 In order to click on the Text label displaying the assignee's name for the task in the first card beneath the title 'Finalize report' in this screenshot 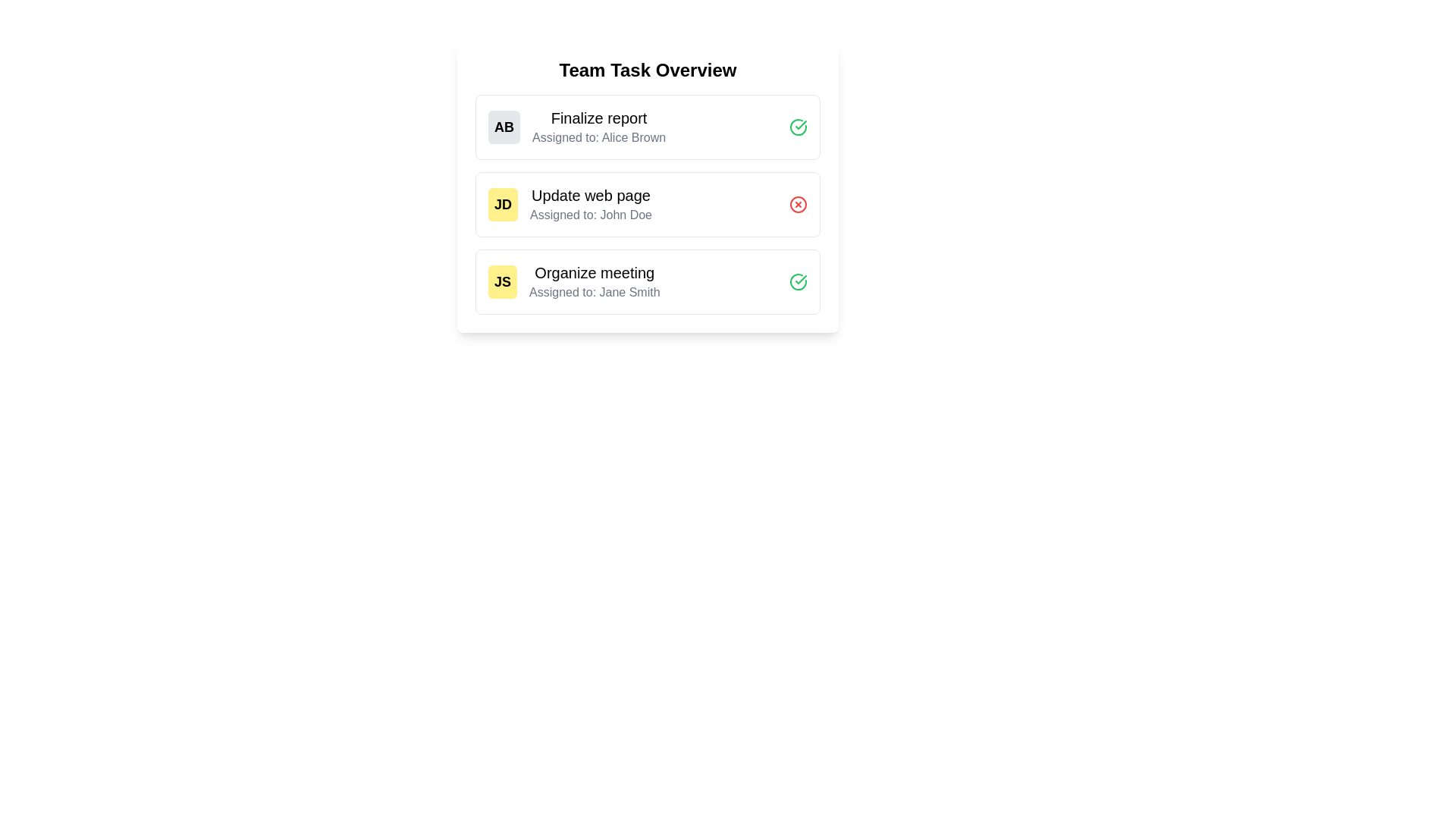, I will do `click(598, 137)`.